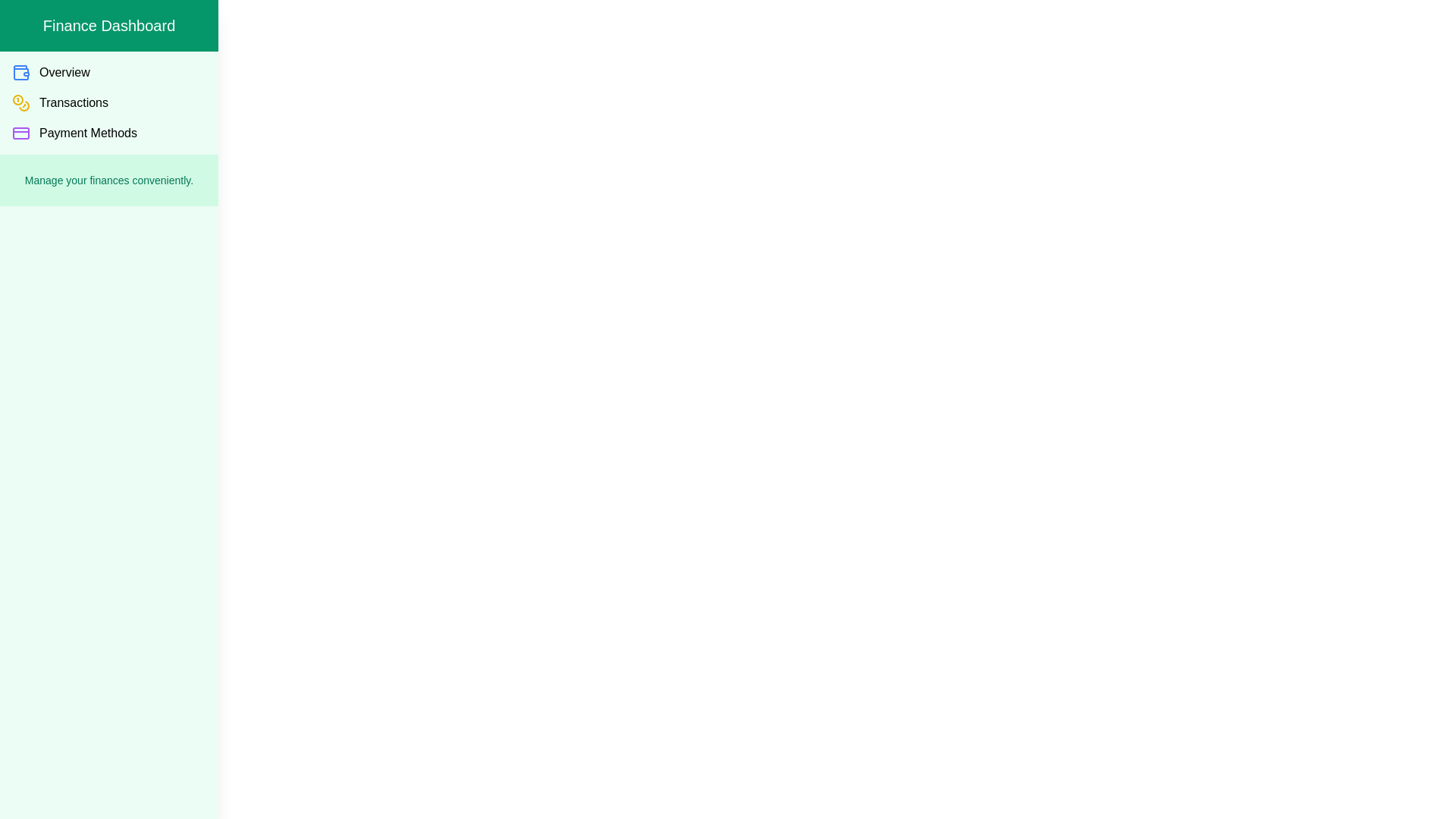  I want to click on the 'Transactions' item in the drawer, so click(108, 102).